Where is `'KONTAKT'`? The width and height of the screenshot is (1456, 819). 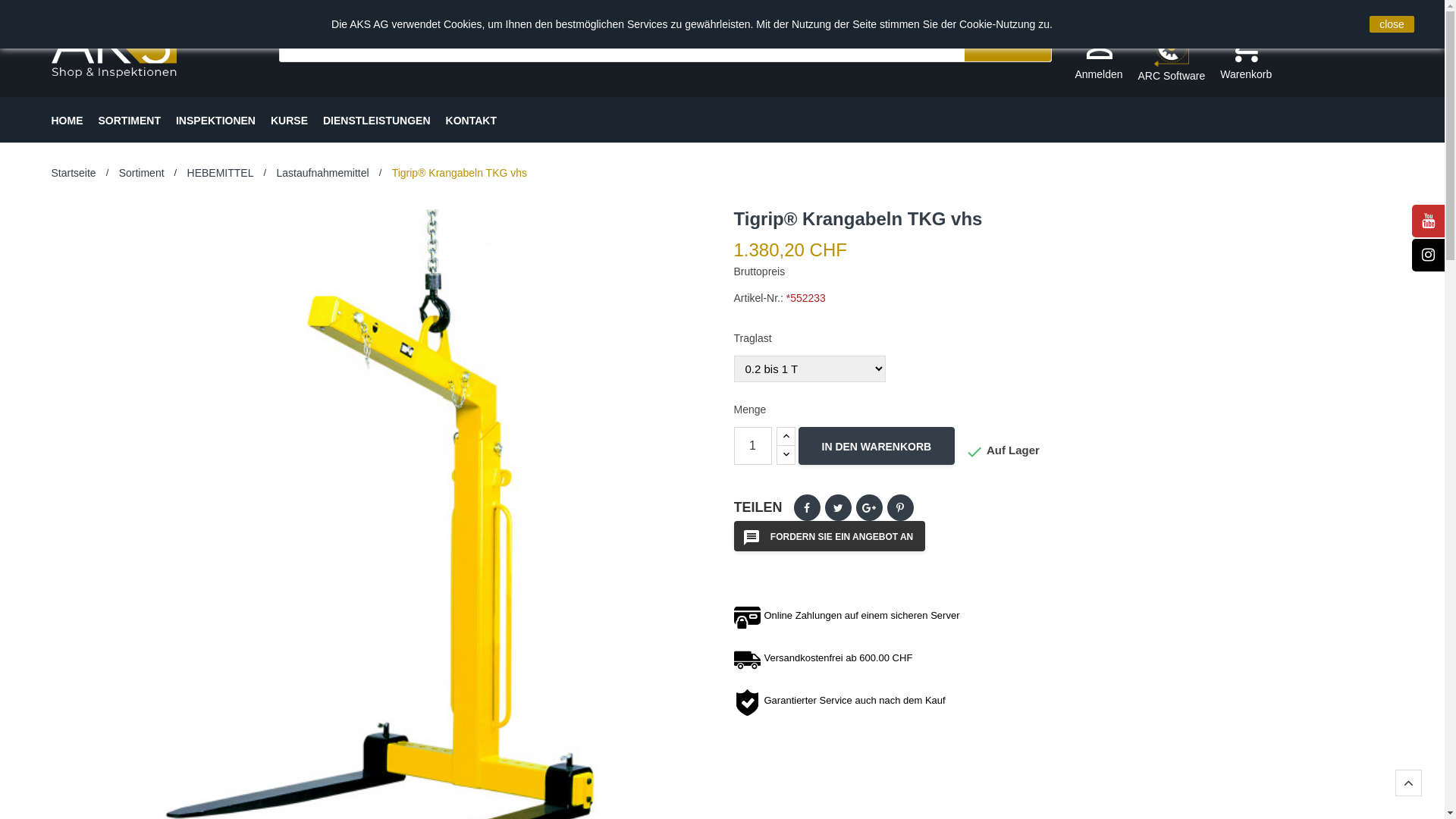
'KONTAKT' is located at coordinates (470, 119).